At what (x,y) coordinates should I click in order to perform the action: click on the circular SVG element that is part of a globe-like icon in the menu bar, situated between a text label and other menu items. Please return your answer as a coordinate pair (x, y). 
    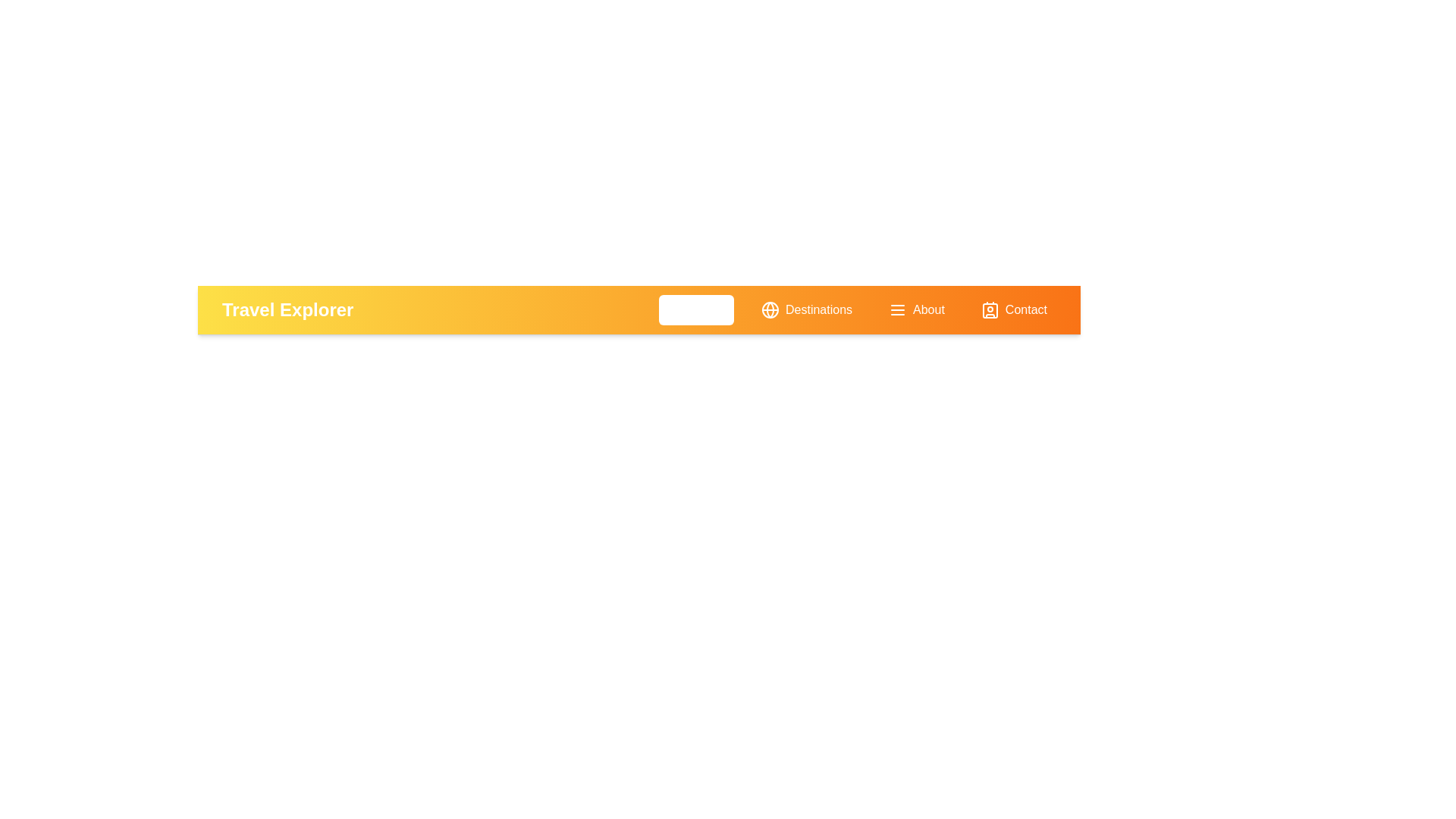
    Looking at the image, I should click on (770, 309).